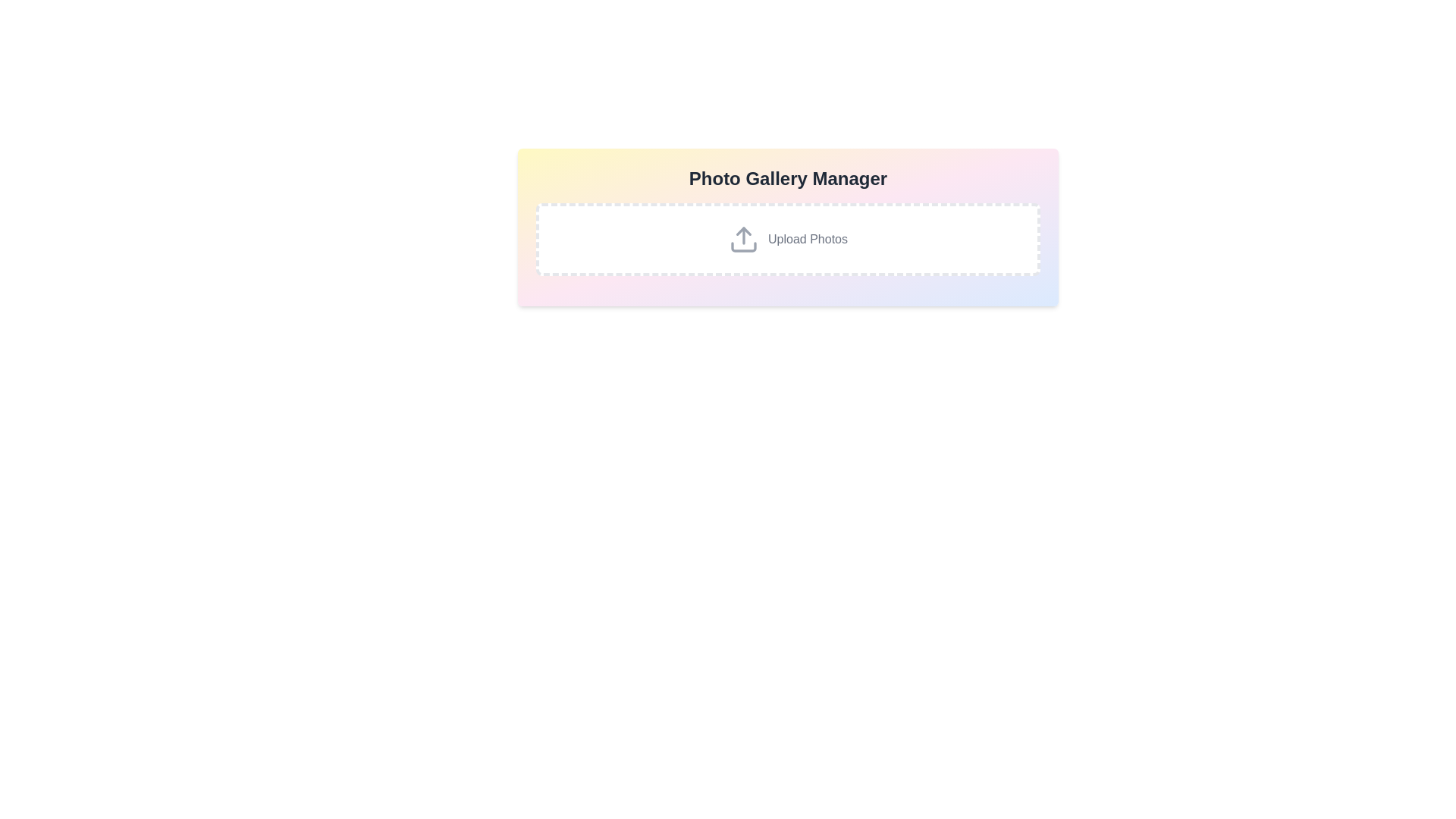 The width and height of the screenshot is (1456, 819). What do you see at coordinates (743, 231) in the screenshot?
I see `the triangular component of the upload icon, which signifies upward motion and is positioned at the upper part of the larger upload icon` at bounding box center [743, 231].